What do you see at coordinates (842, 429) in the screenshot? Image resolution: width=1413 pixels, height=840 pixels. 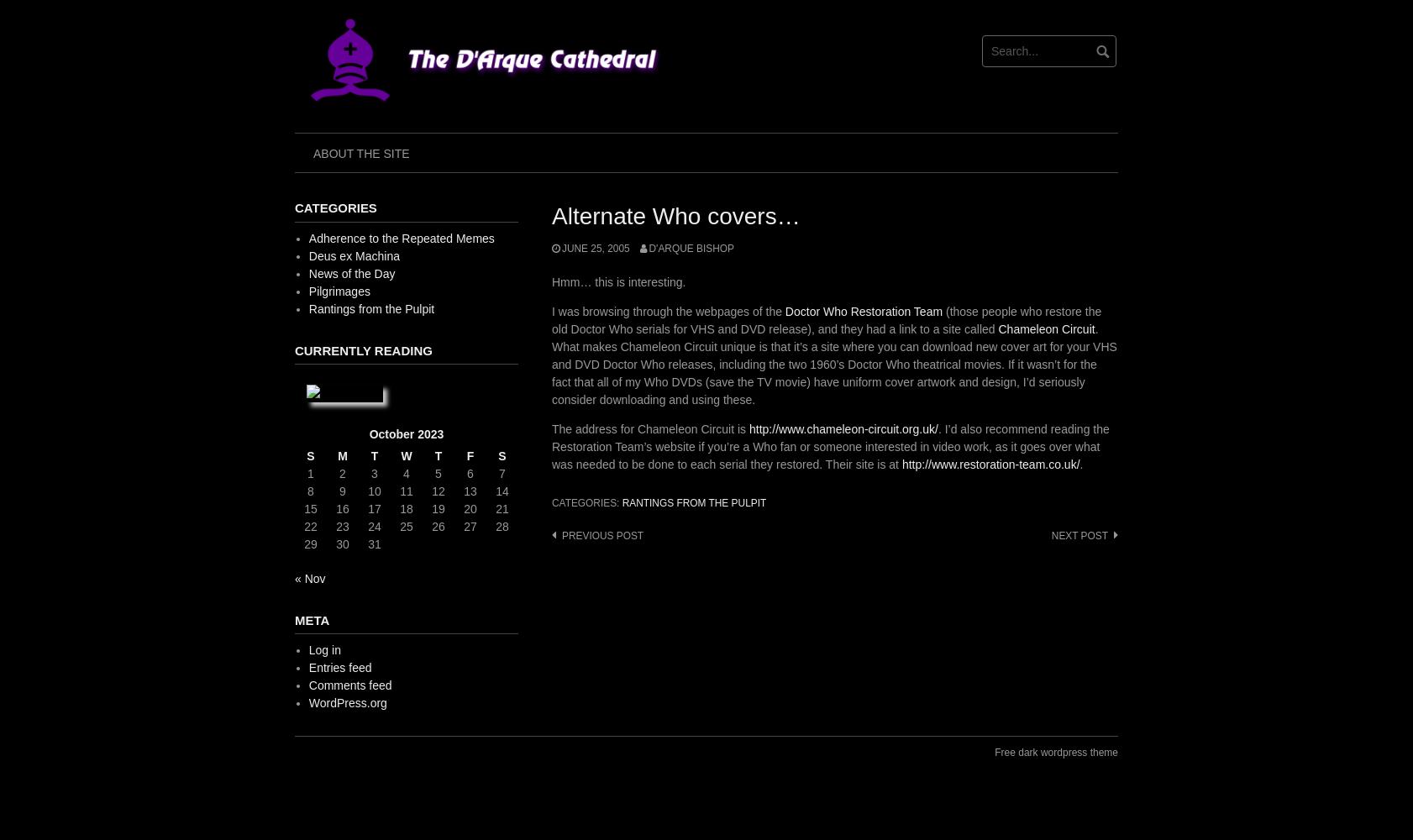 I see `'http://www.chameleon-circuit.org.uk/'` at bounding box center [842, 429].